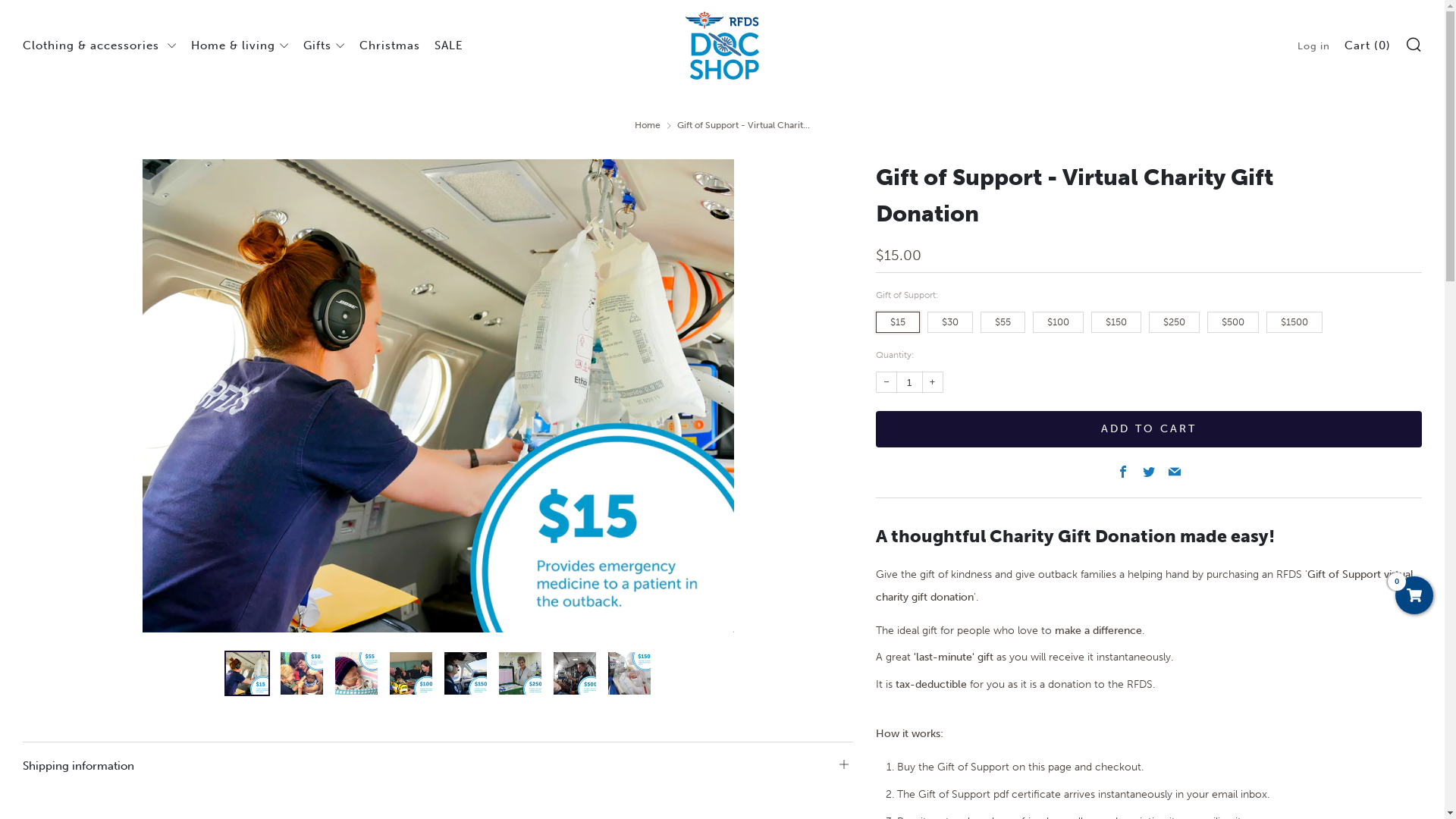 This screenshot has height=819, width=1456. What do you see at coordinates (1367, 45) in the screenshot?
I see `'Cart (0)'` at bounding box center [1367, 45].